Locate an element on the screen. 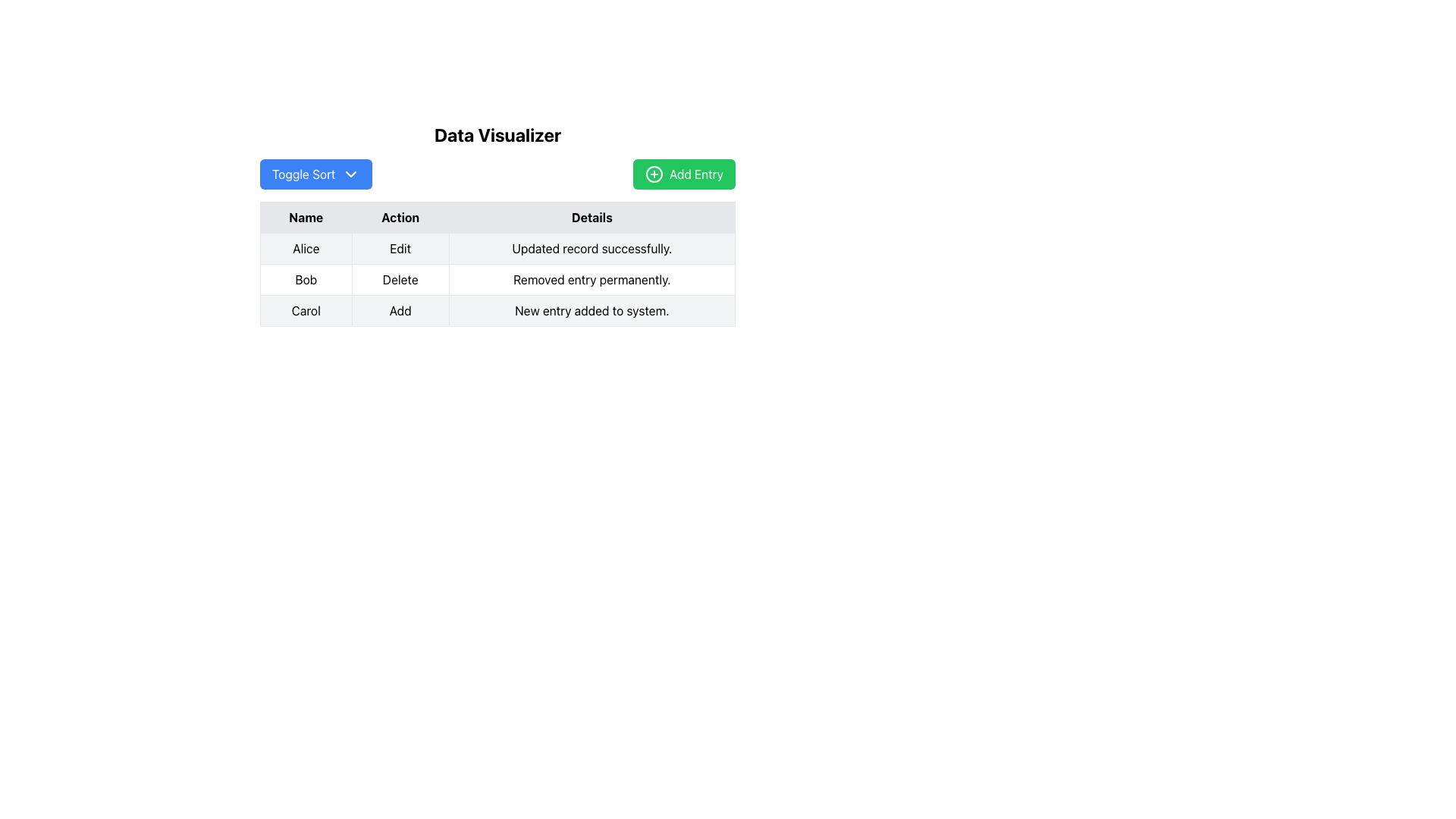 This screenshot has height=819, width=1456. on the second row of the table that contains 'Bob' on the left, 'Delete' in the center, and 'Removed entry permanently.' on the right is located at coordinates (497, 280).